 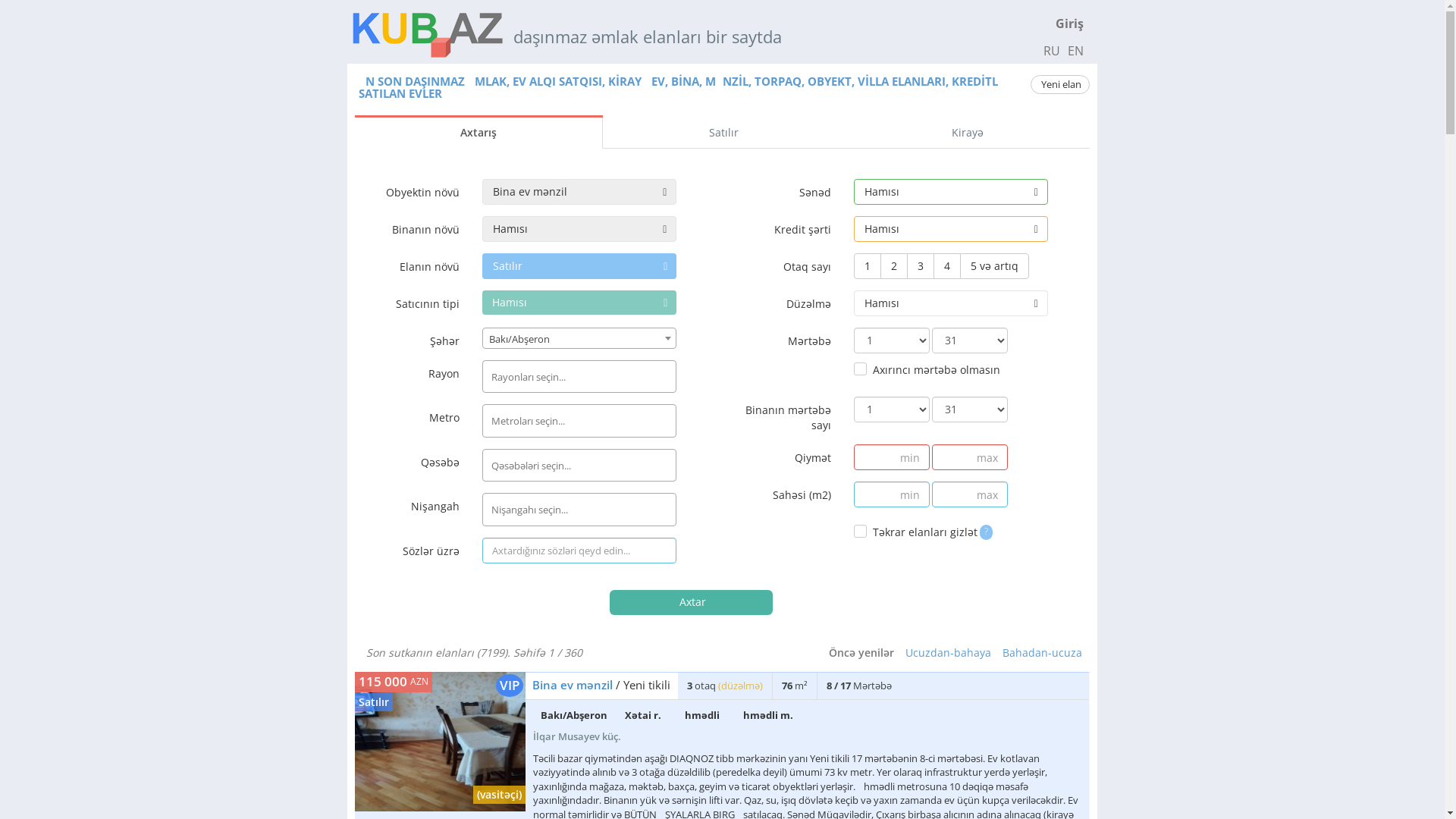 What do you see at coordinates (986, 529) in the screenshot?
I see `'?'` at bounding box center [986, 529].